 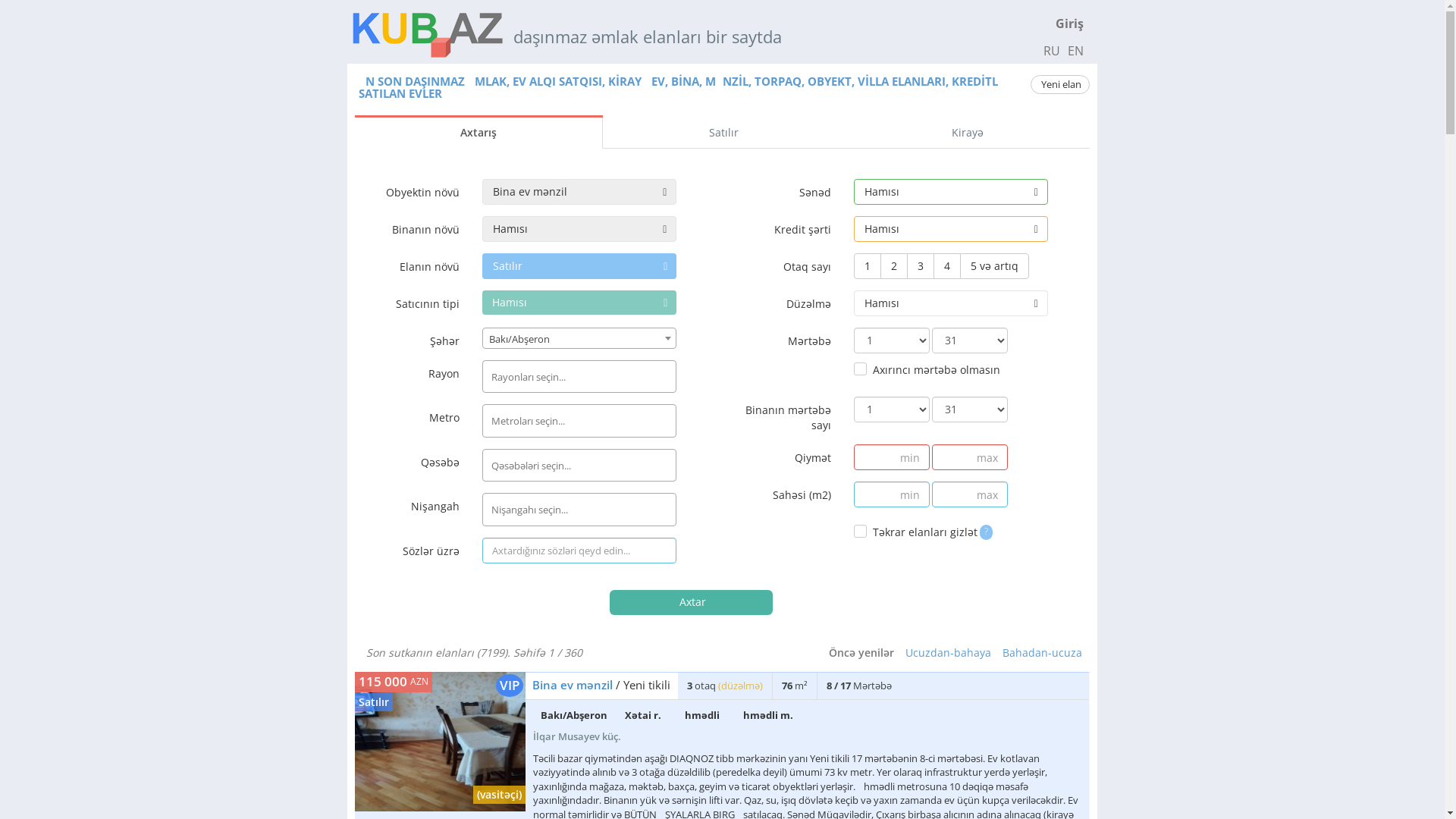 What do you see at coordinates (986, 529) in the screenshot?
I see `'?'` at bounding box center [986, 529].